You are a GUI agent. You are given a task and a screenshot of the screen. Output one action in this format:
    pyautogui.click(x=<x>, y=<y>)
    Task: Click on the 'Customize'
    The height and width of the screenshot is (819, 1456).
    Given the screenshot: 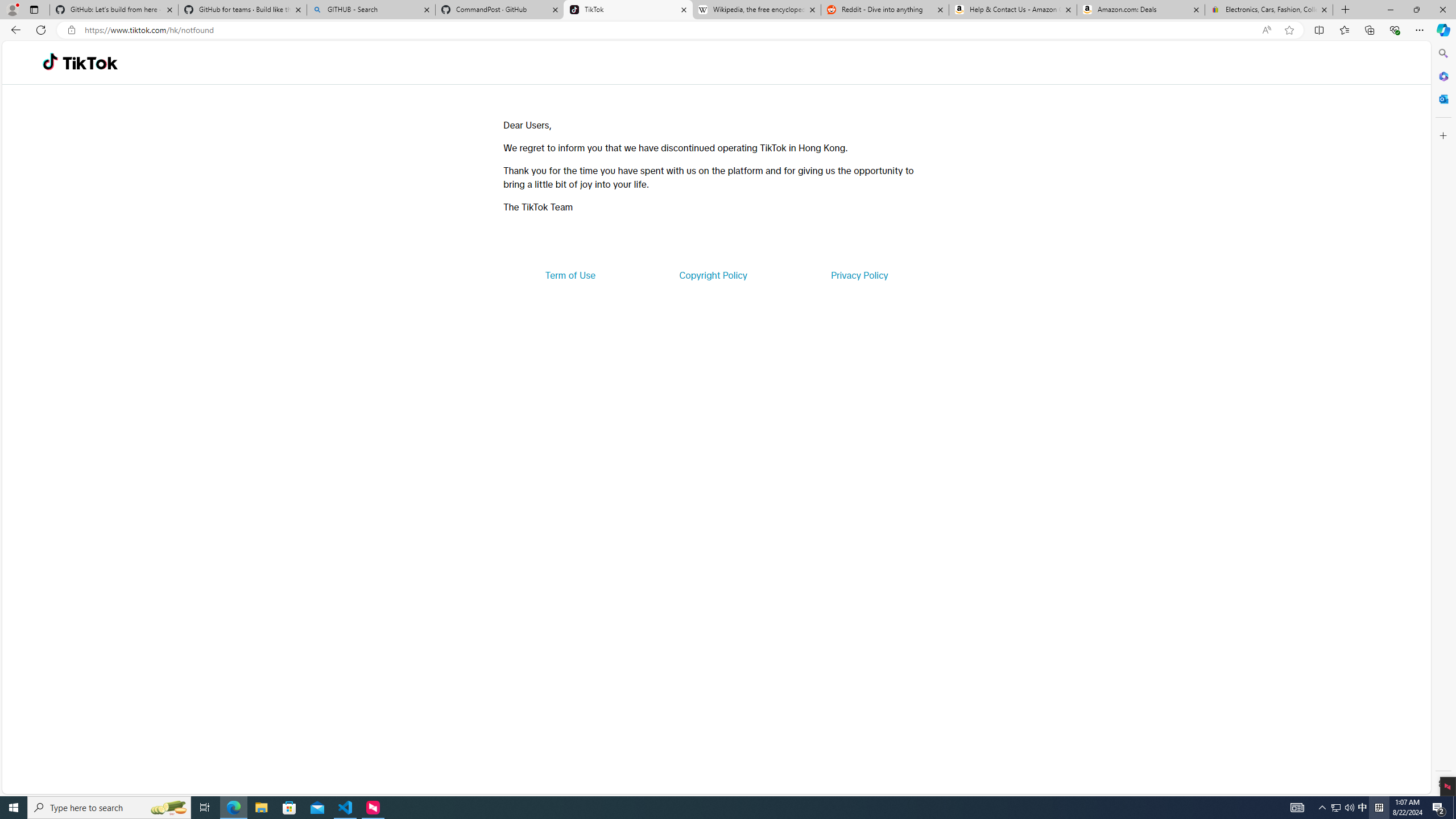 What is the action you would take?
    pyautogui.click(x=1442, y=135)
    